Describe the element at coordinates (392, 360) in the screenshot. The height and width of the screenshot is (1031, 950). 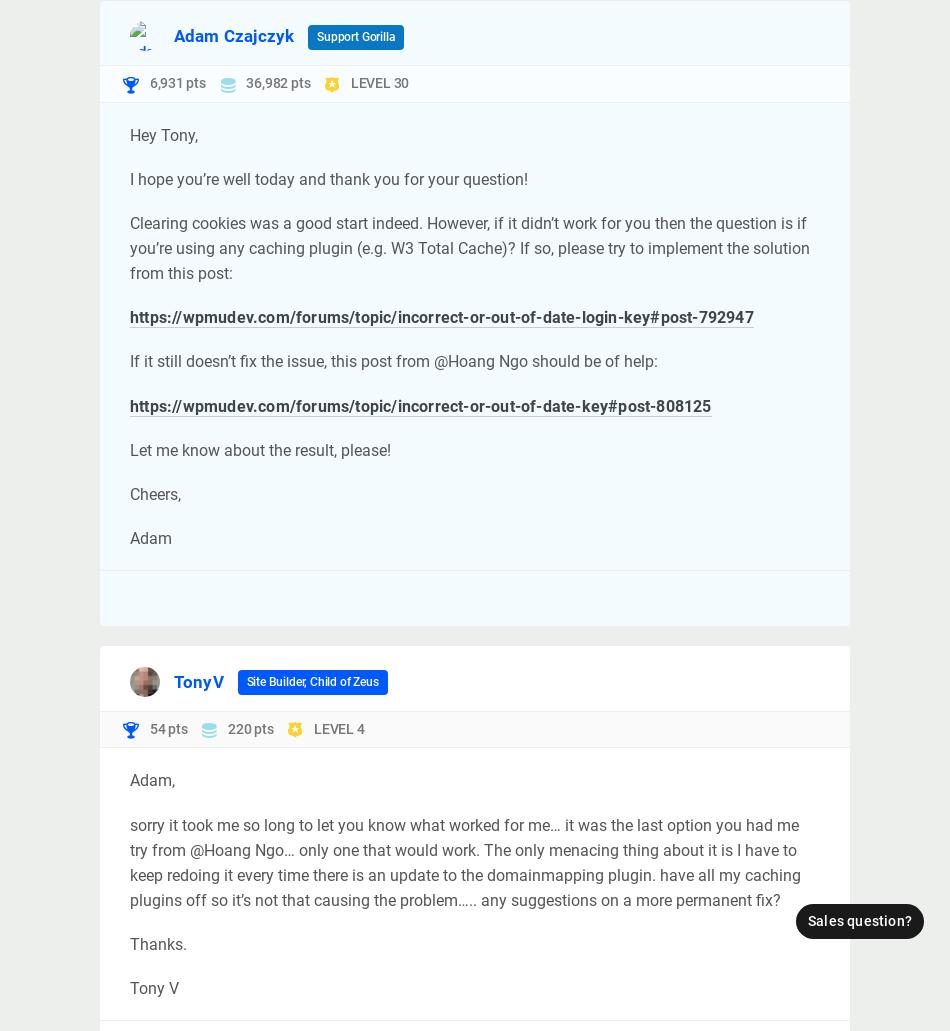
I see `'If it still doesn’t fix the issue, this post from @Hoang Ngo should be of help:'` at that location.